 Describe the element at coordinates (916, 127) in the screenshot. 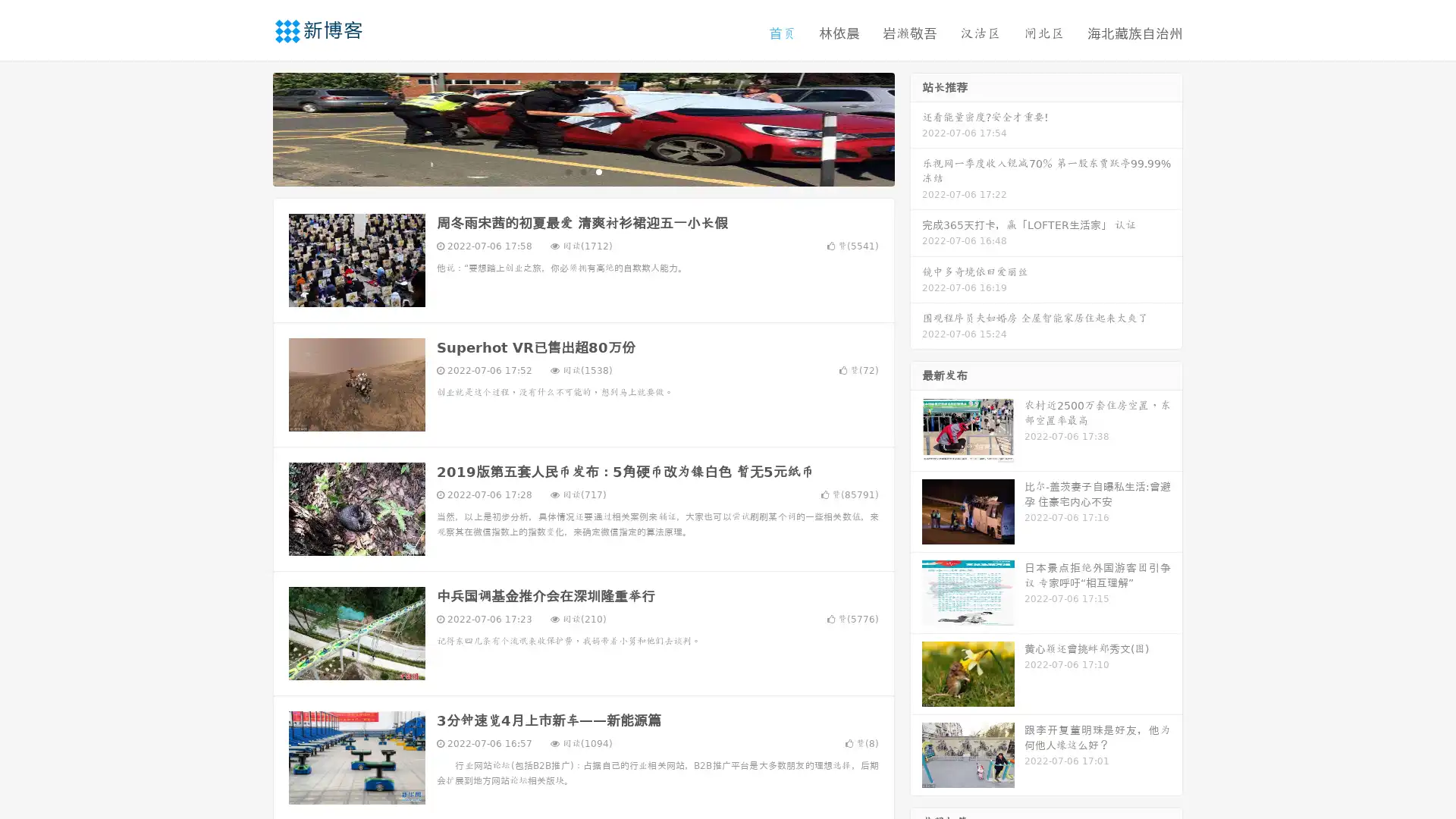

I see `Next slide` at that location.